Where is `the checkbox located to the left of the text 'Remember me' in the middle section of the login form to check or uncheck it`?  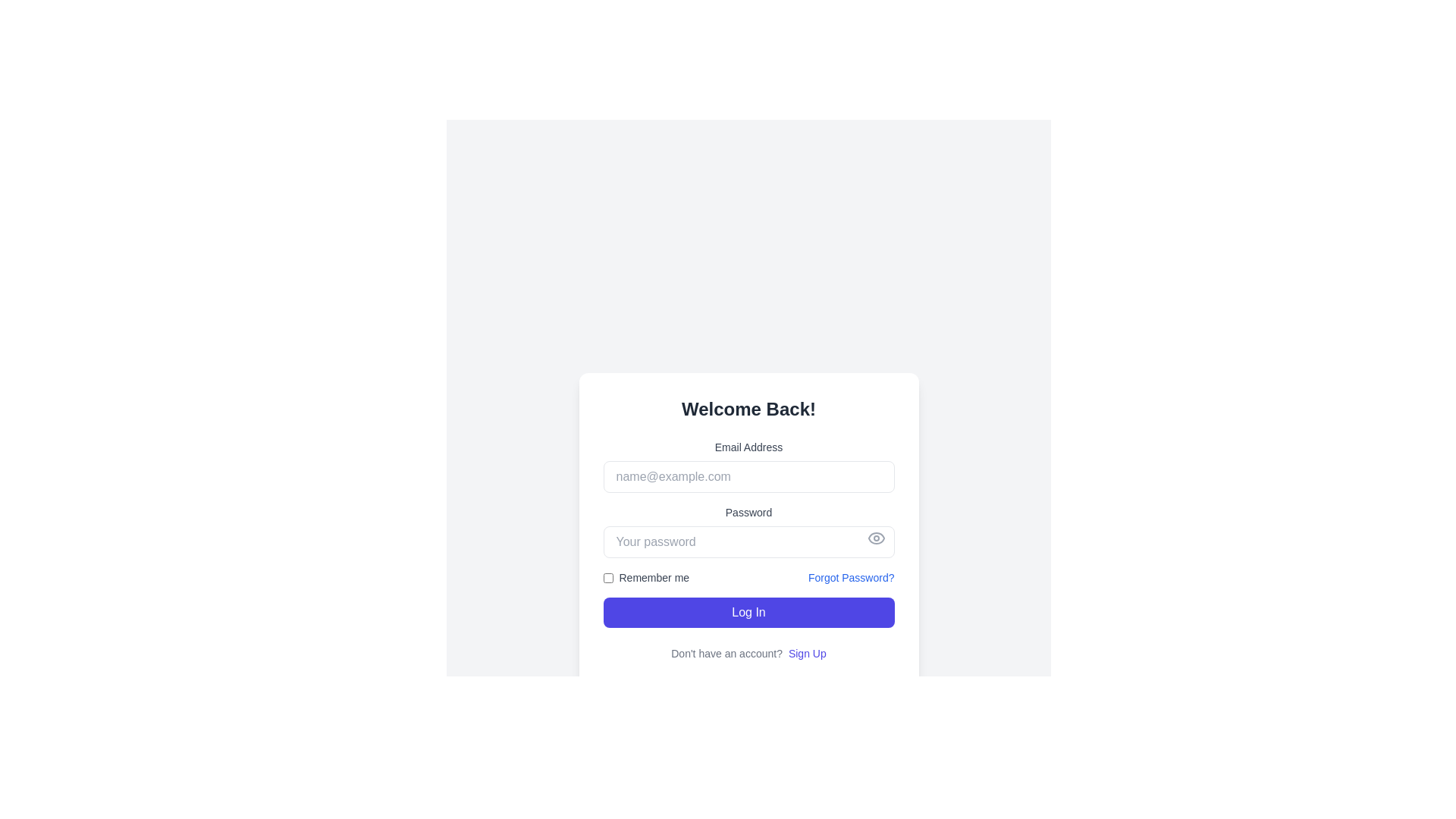 the checkbox located to the left of the text 'Remember me' in the middle section of the login form to check or uncheck it is located at coordinates (607, 578).